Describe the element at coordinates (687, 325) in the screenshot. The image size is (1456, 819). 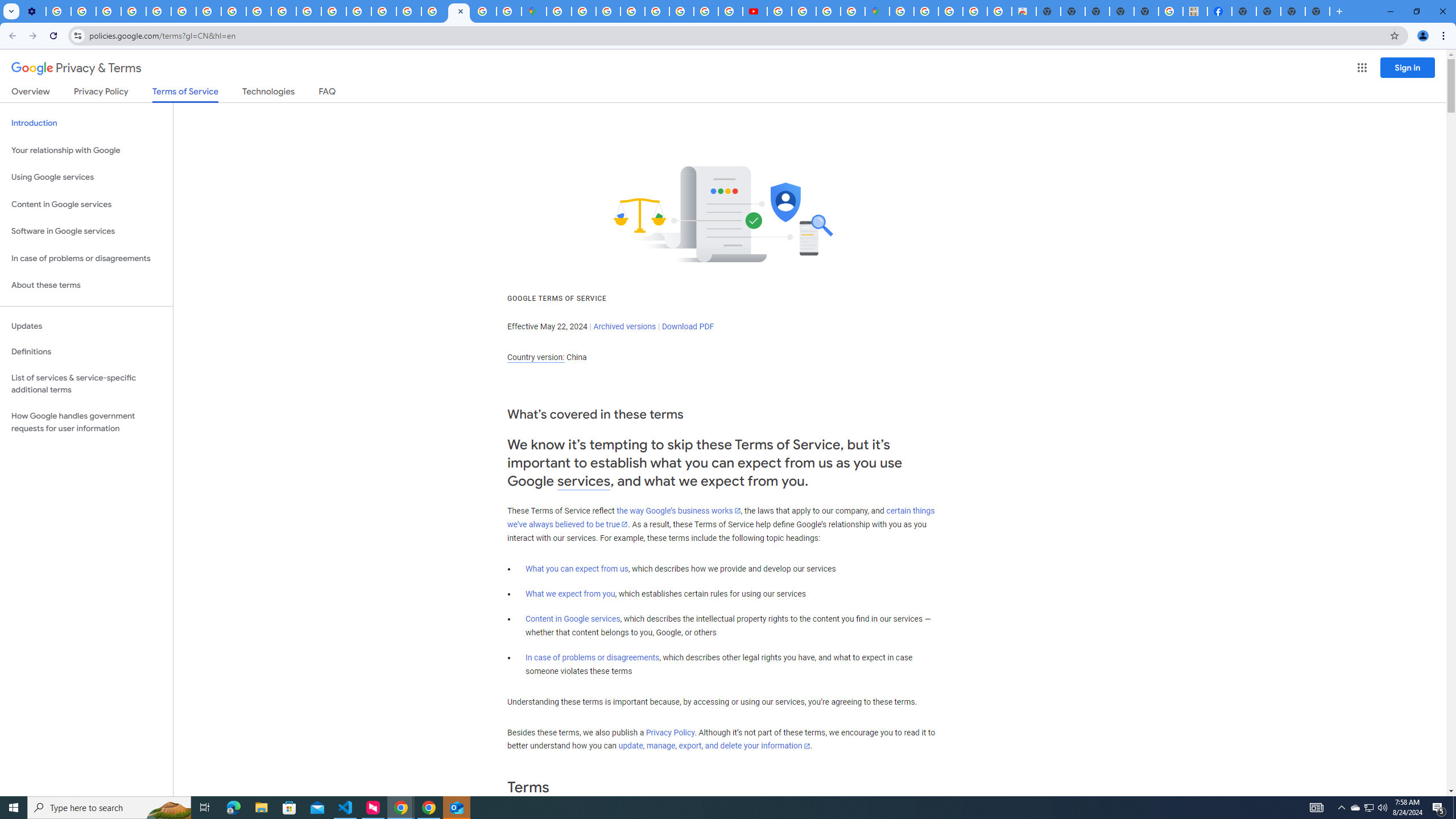
I see `'Download PDF'` at that location.